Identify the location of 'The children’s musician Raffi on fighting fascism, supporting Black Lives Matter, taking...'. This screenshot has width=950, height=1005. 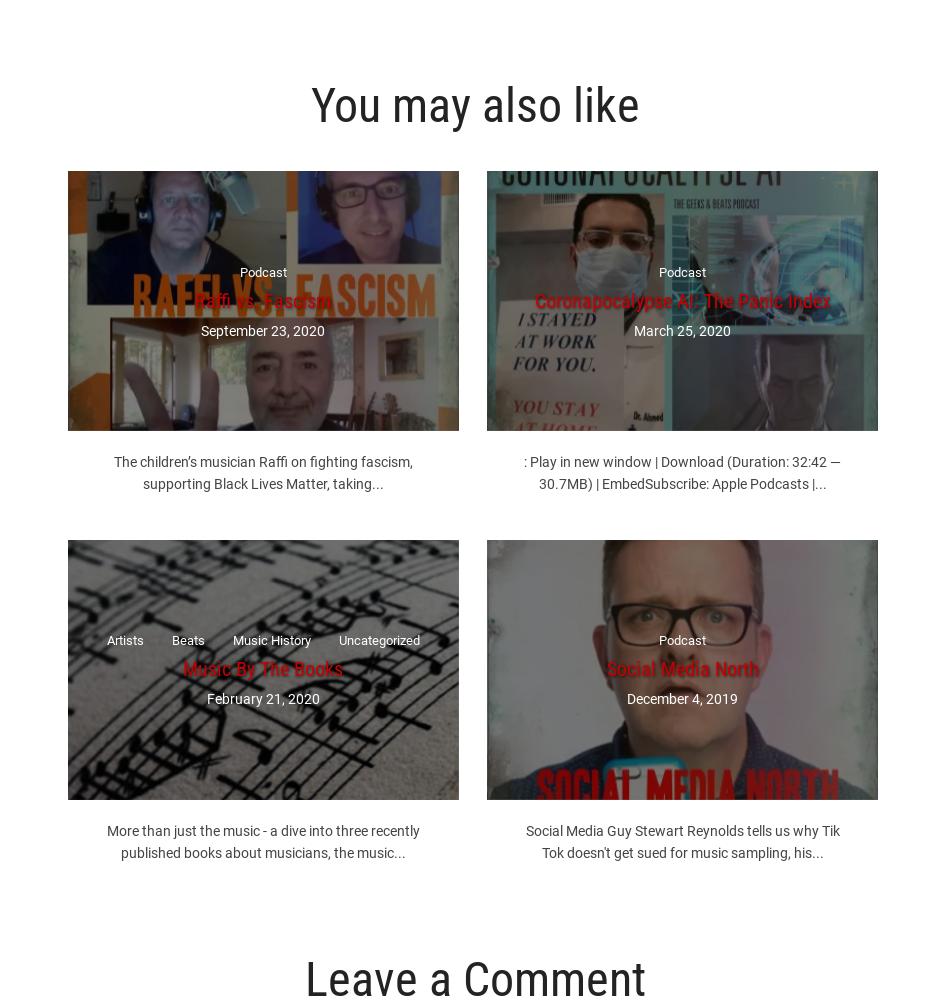
(261, 472).